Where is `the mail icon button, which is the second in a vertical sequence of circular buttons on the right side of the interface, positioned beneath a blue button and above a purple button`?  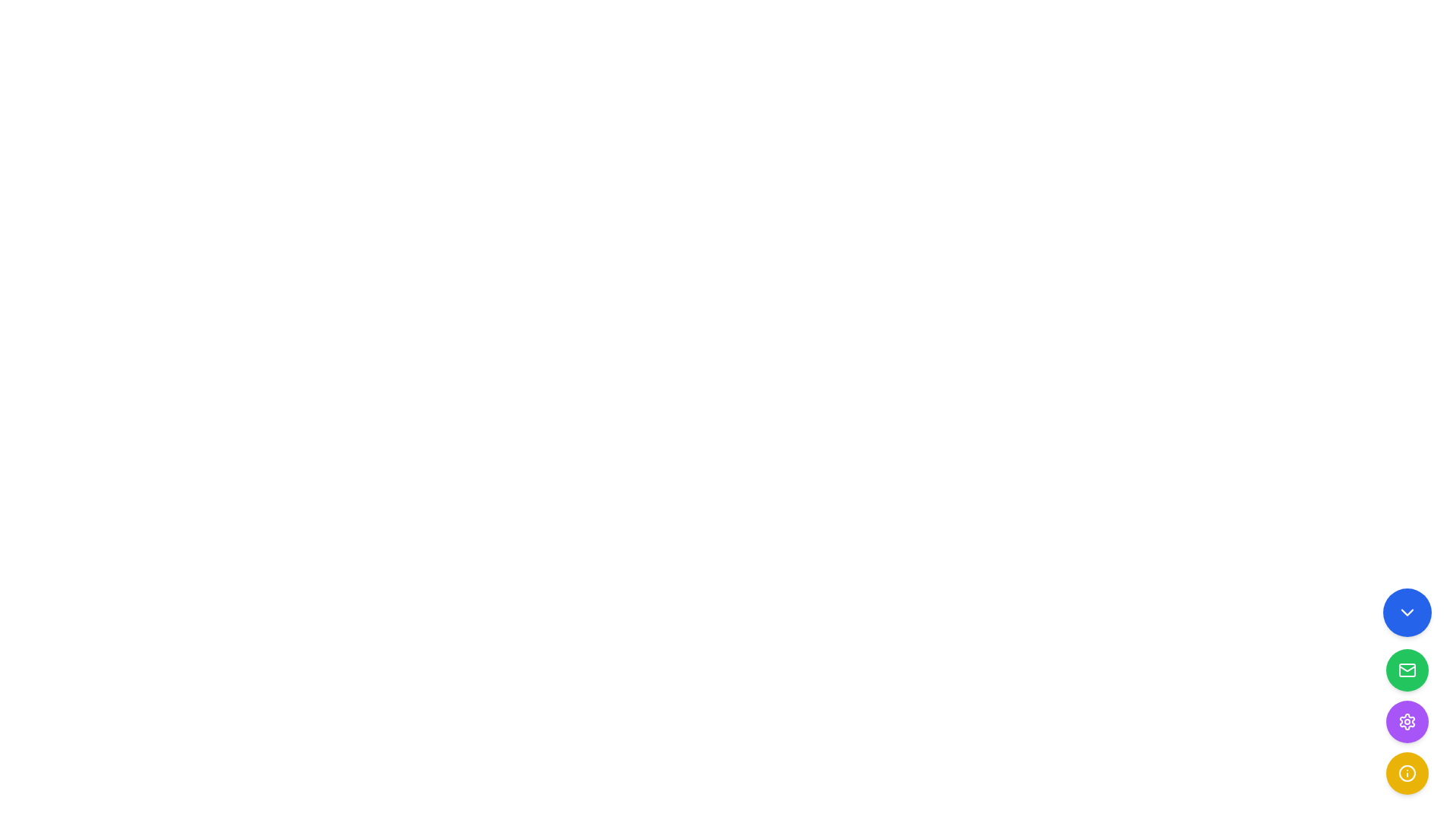
the mail icon button, which is the second in a vertical sequence of circular buttons on the right side of the interface, positioned beneath a blue button and above a purple button is located at coordinates (1407, 669).